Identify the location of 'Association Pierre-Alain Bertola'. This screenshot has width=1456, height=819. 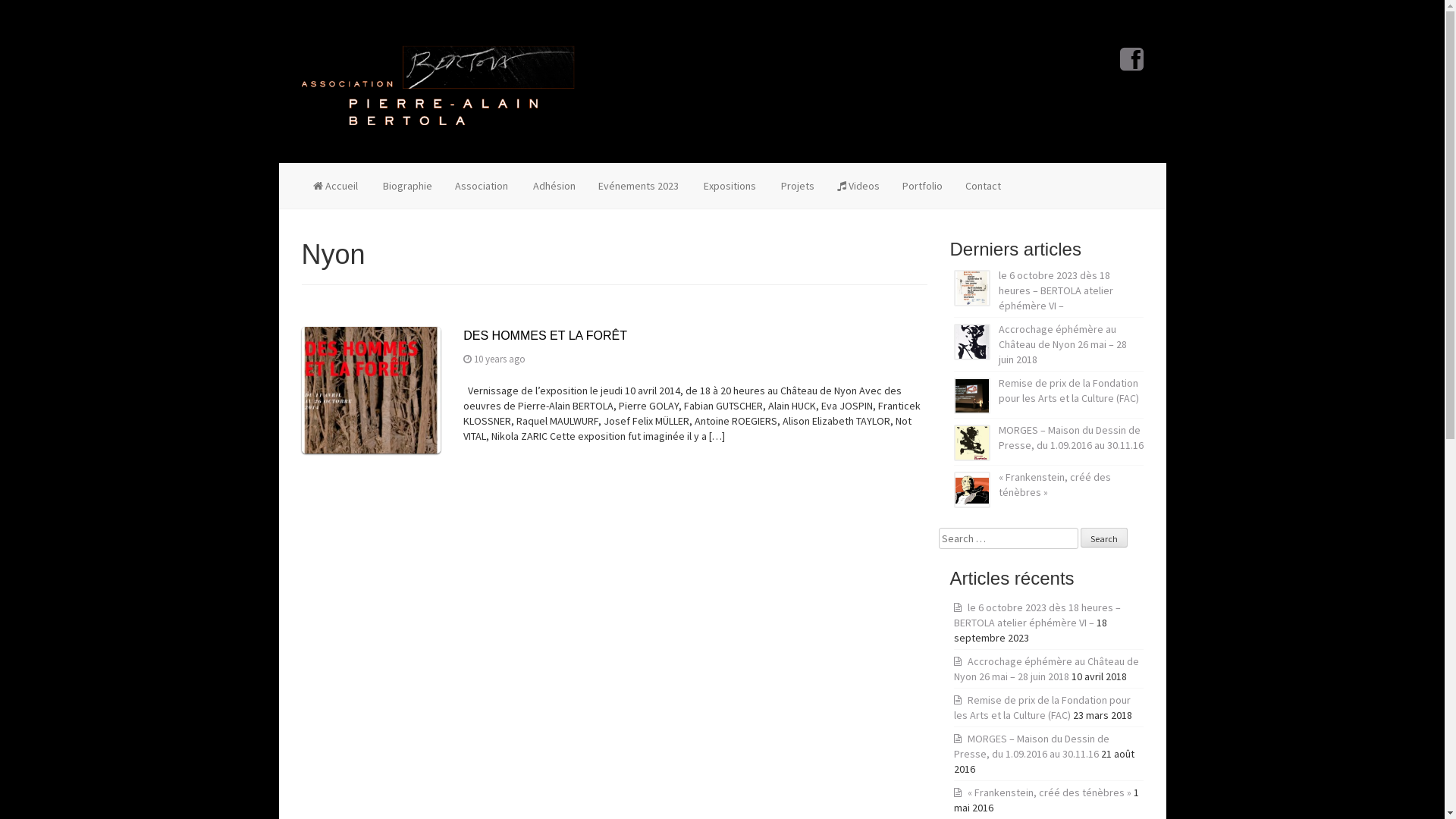
(437, 82).